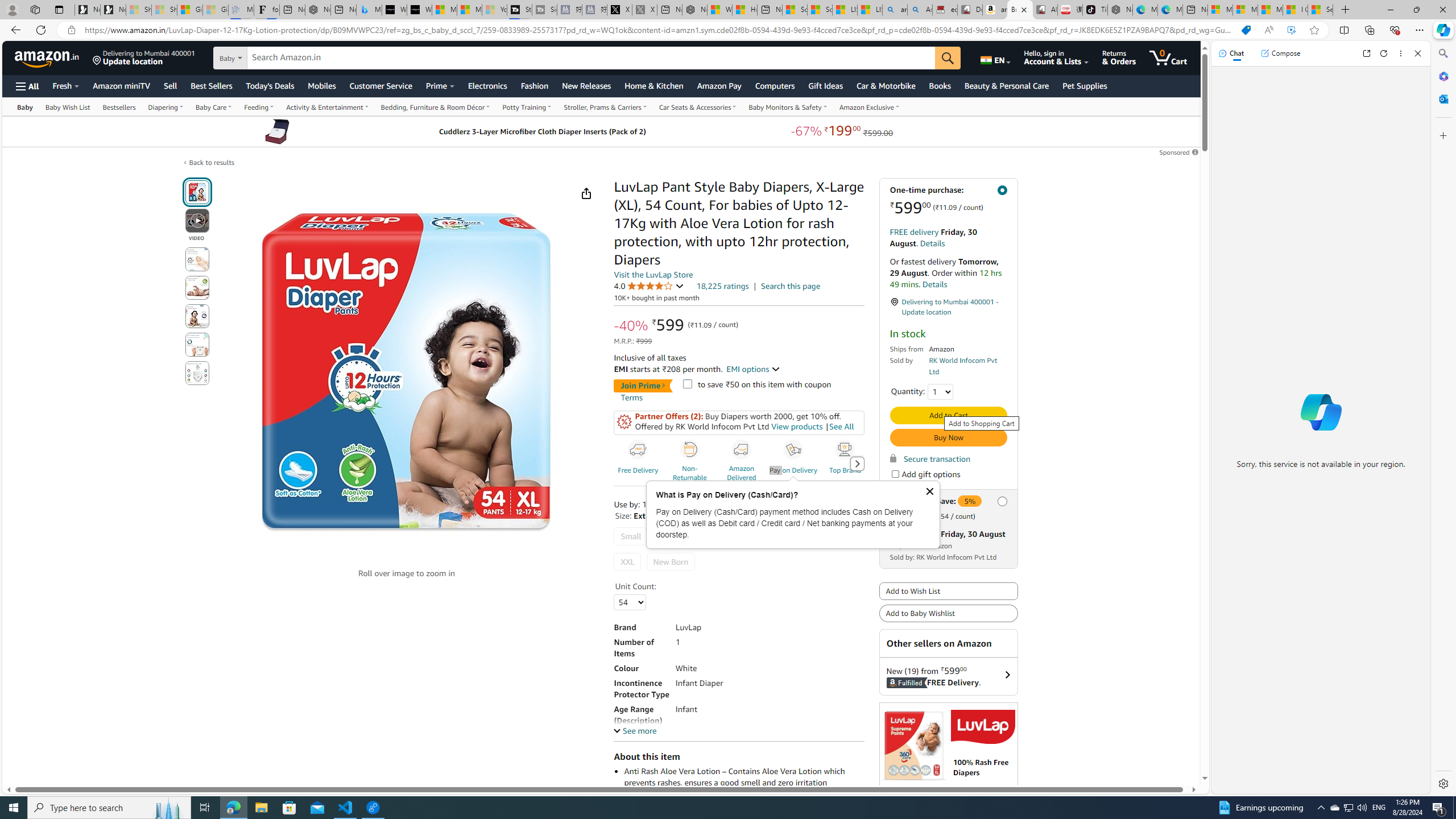 This screenshot has height=819, width=1456. I want to click on 'I Gained 20 Pounds of Muscle in 30 Days! | Watch', so click(1296, 9).